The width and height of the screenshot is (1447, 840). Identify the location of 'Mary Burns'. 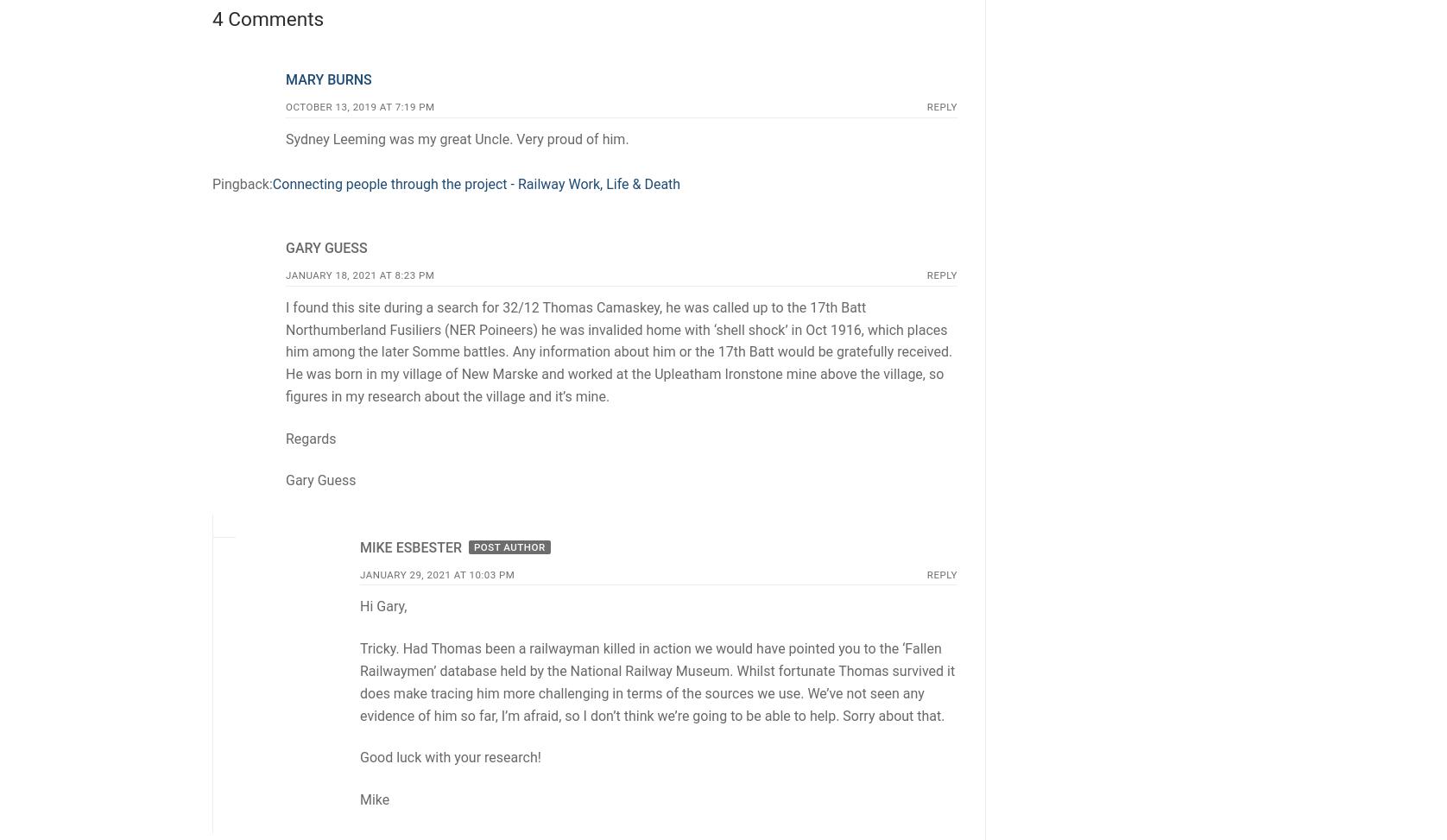
(327, 79).